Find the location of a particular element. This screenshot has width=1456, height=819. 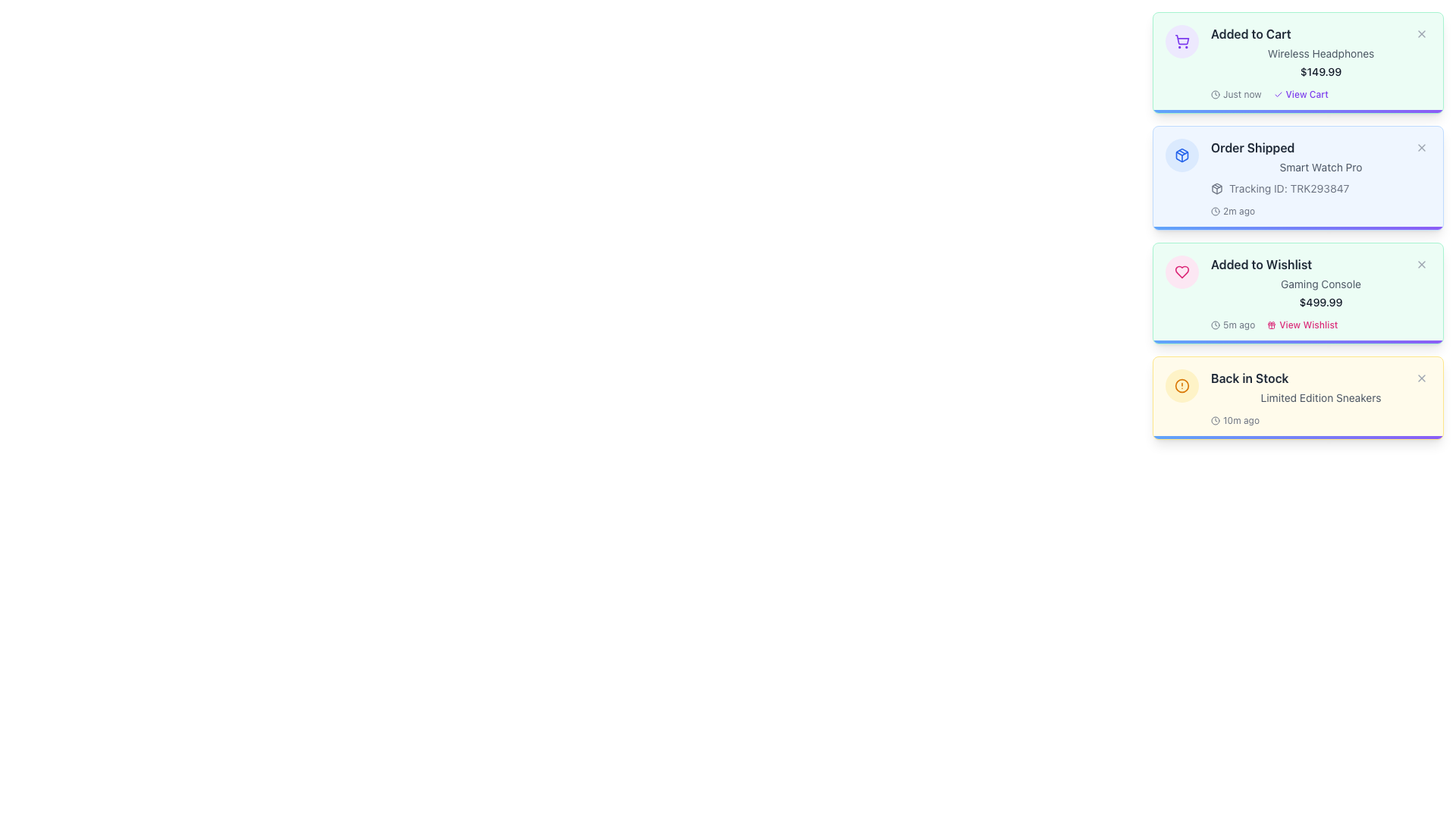

the 'Tracking ID: TRK293847' text label with the accompanying package icon, which is situated within the 'Order Shipped' panel, located below 'Smart Watch Pro' and above '2m ago' is located at coordinates (1320, 188).